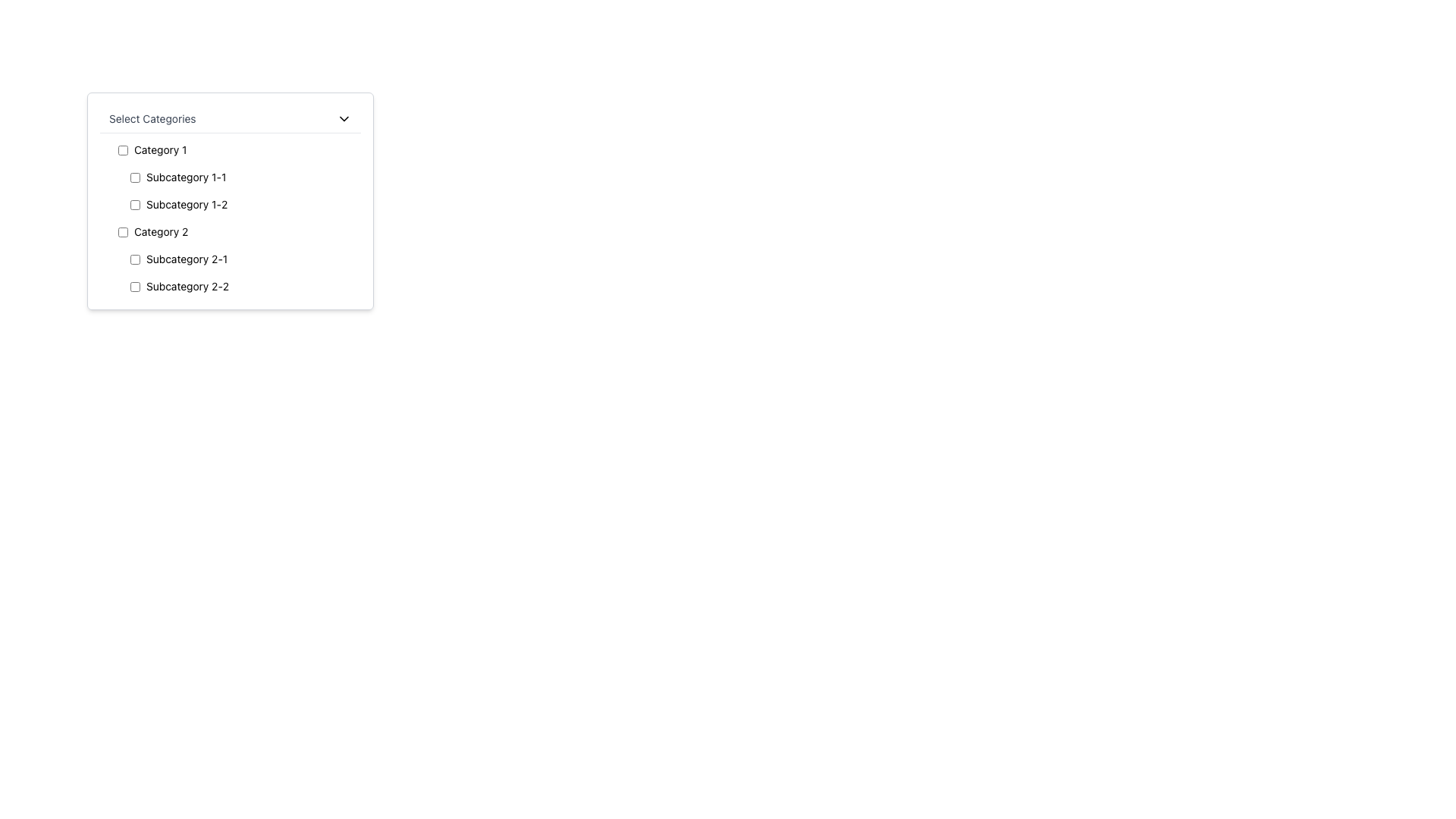 The width and height of the screenshot is (1456, 819). What do you see at coordinates (344, 118) in the screenshot?
I see `the icon located to the right of the 'Select Categories' label` at bounding box center [344, 118].